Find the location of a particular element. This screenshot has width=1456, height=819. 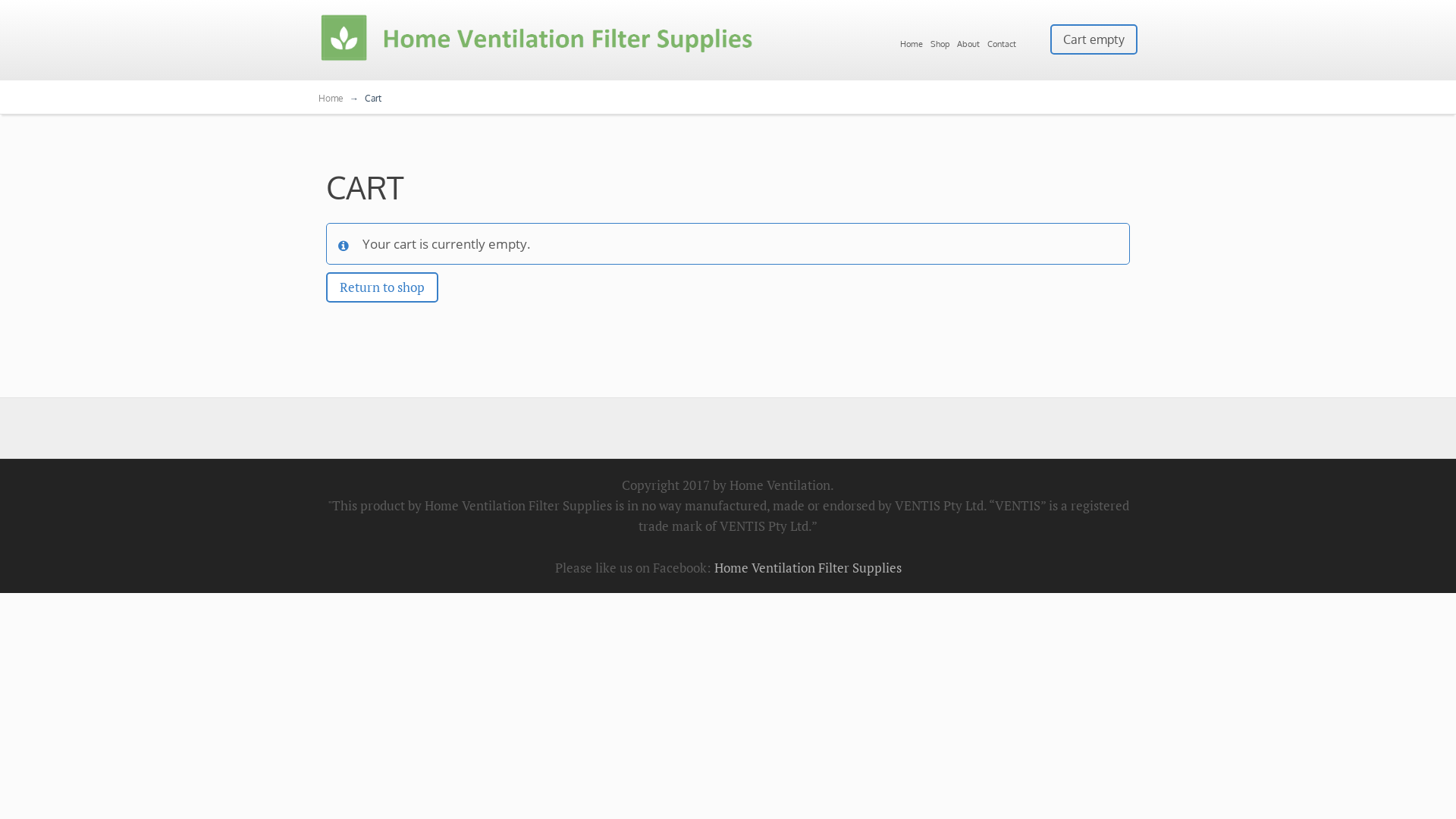

'Contact' is located at coordinates (987, 39).